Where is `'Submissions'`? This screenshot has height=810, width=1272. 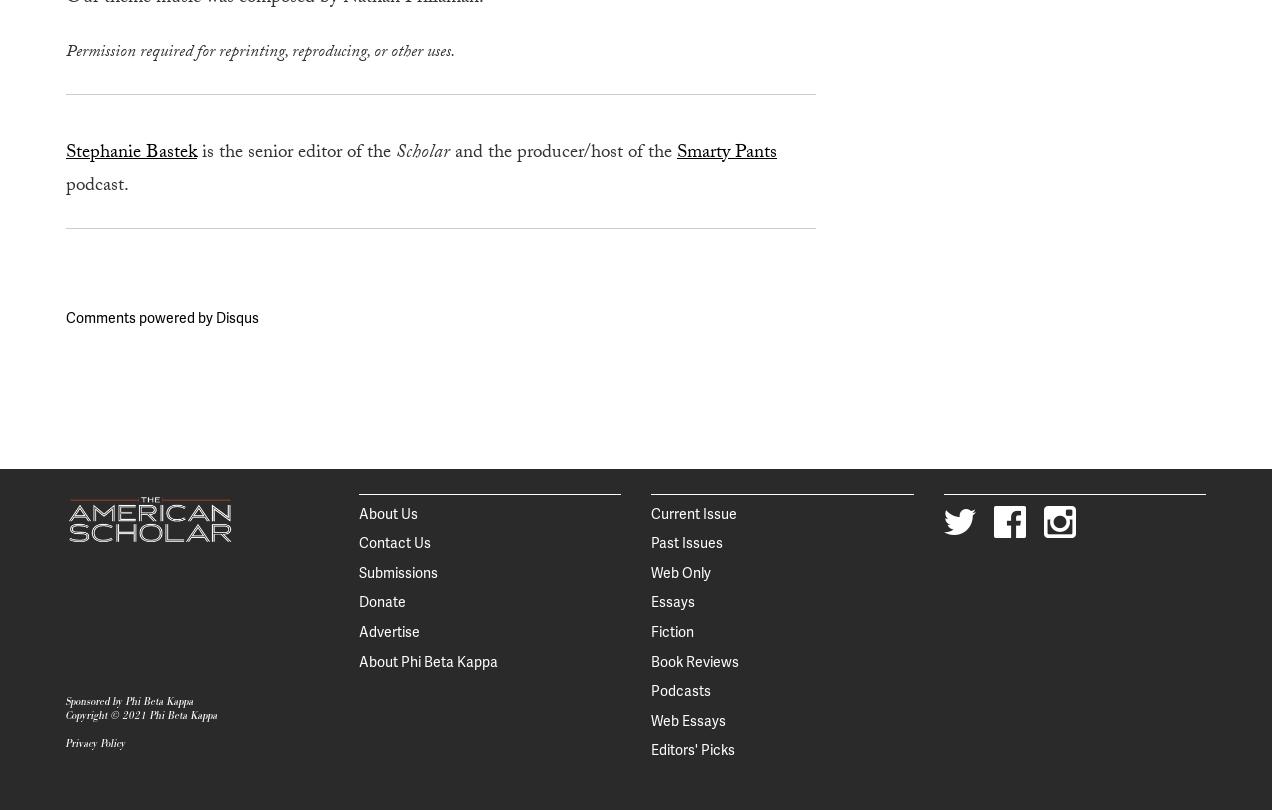
'Submissions' is located at coordinates (356, 572).